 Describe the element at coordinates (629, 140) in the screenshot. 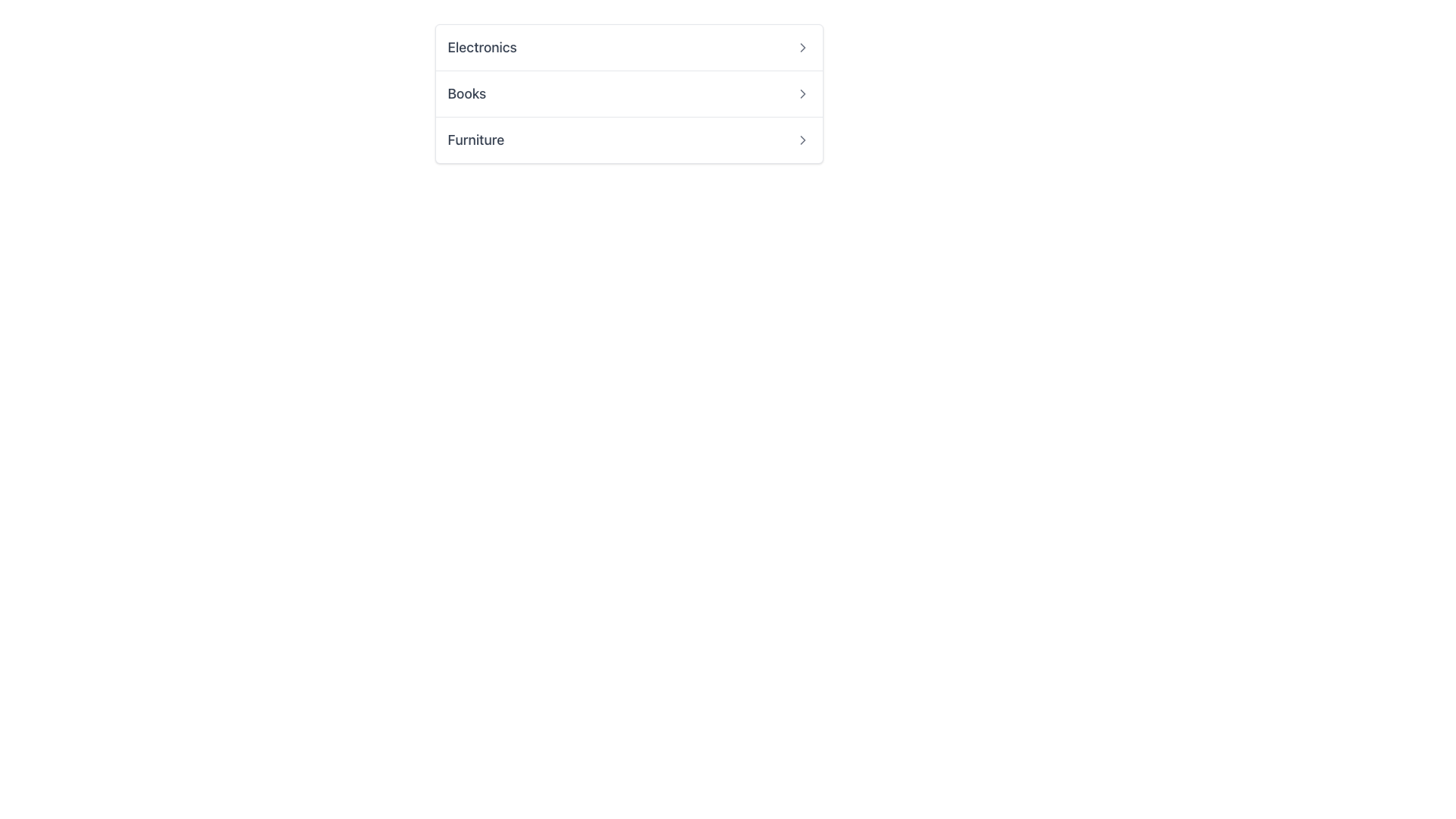

I see `the third item in the vertical navigation menu that is related to 'Furniture', positioned between 'Books' and the next option` at that location.